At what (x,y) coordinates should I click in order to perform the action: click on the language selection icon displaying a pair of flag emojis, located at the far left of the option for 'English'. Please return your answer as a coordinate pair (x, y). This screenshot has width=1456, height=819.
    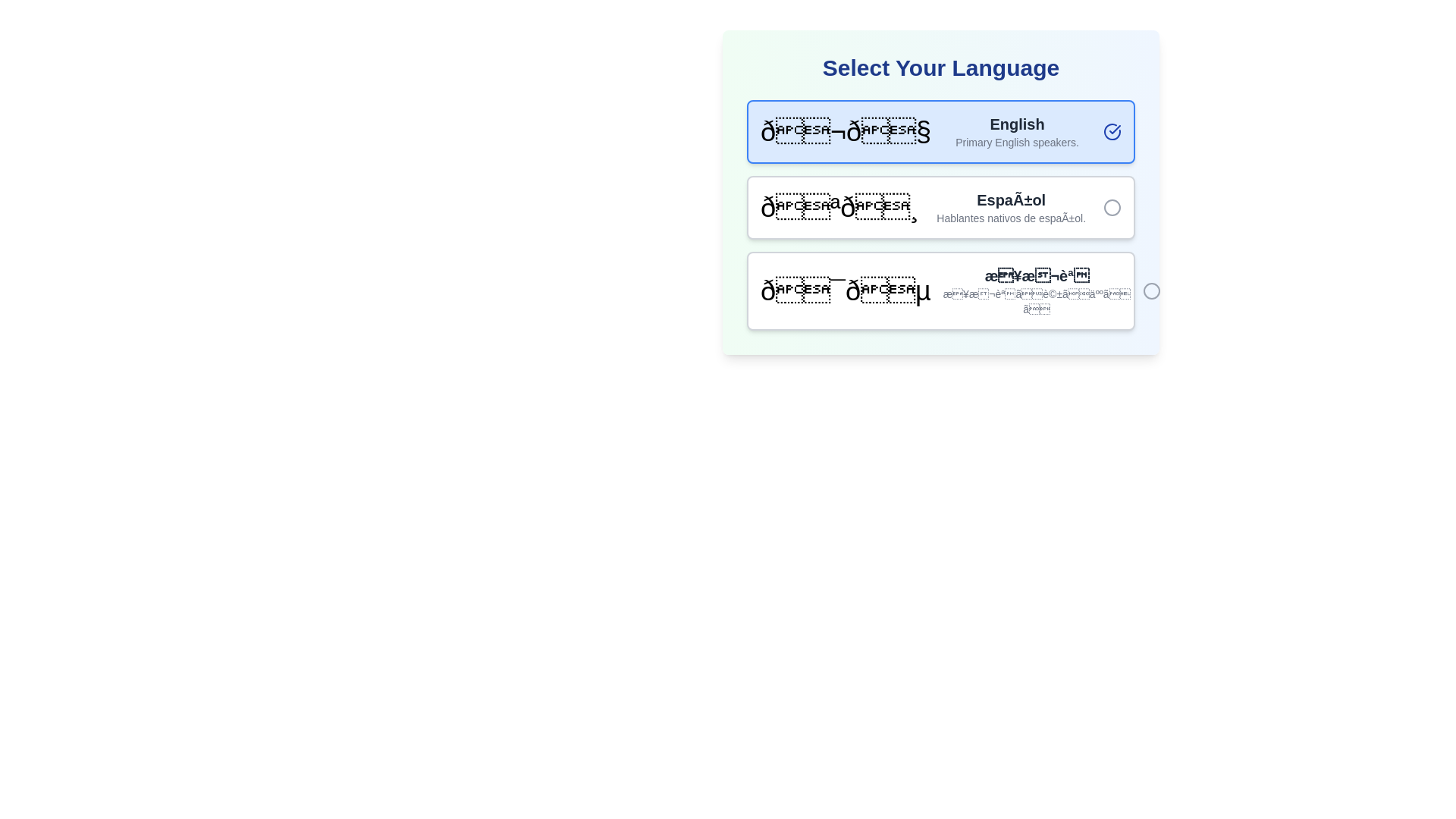
    Looking at the image, I should click on (845, 130).